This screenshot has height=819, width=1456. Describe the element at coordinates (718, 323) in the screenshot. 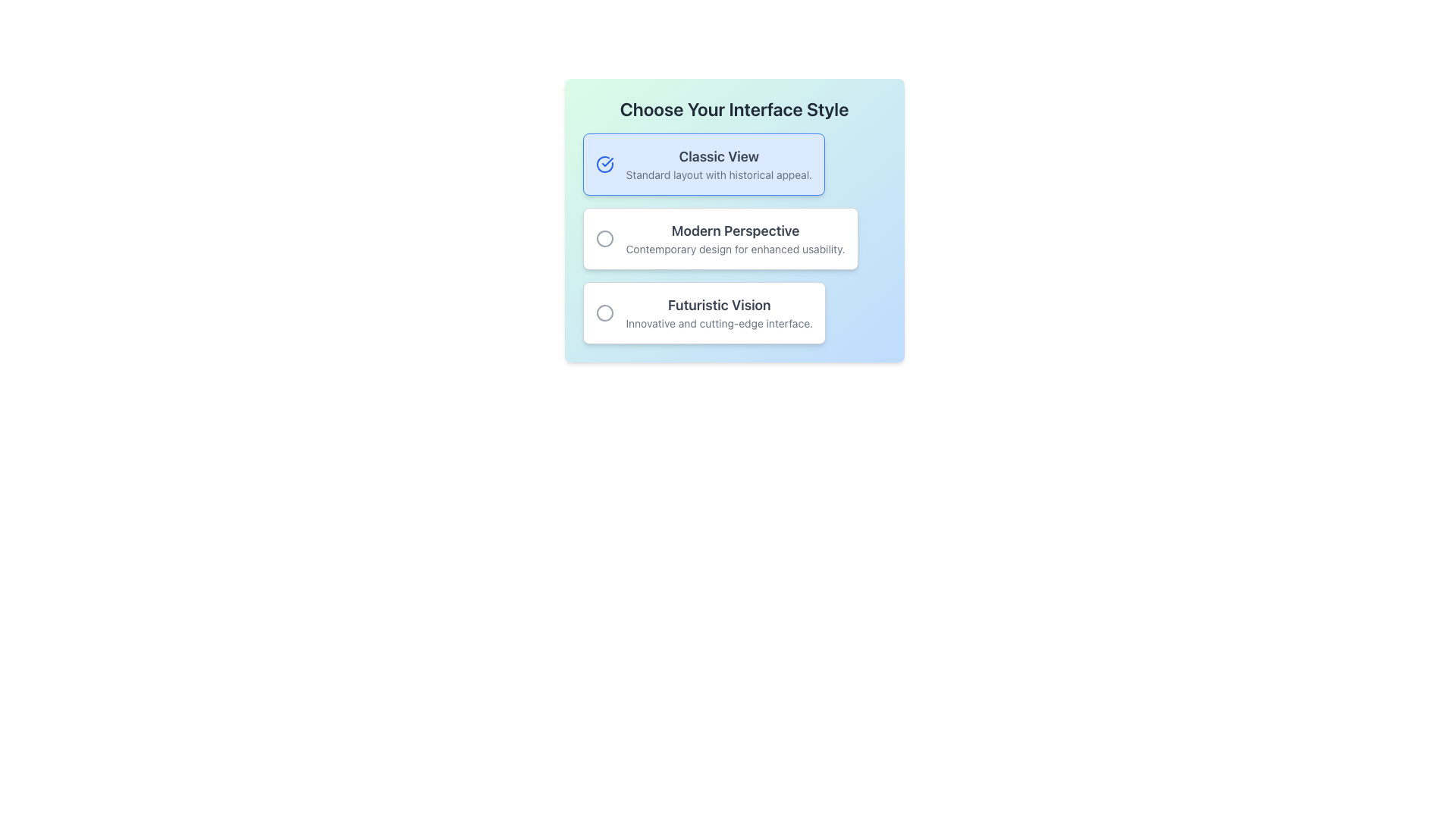

I see `the text label reading 'Innovative and cutting-edge interface.' located below the bold text 'Futuristic Vision' within the selection card labeled 'Futuristic Vision.'` at that location.